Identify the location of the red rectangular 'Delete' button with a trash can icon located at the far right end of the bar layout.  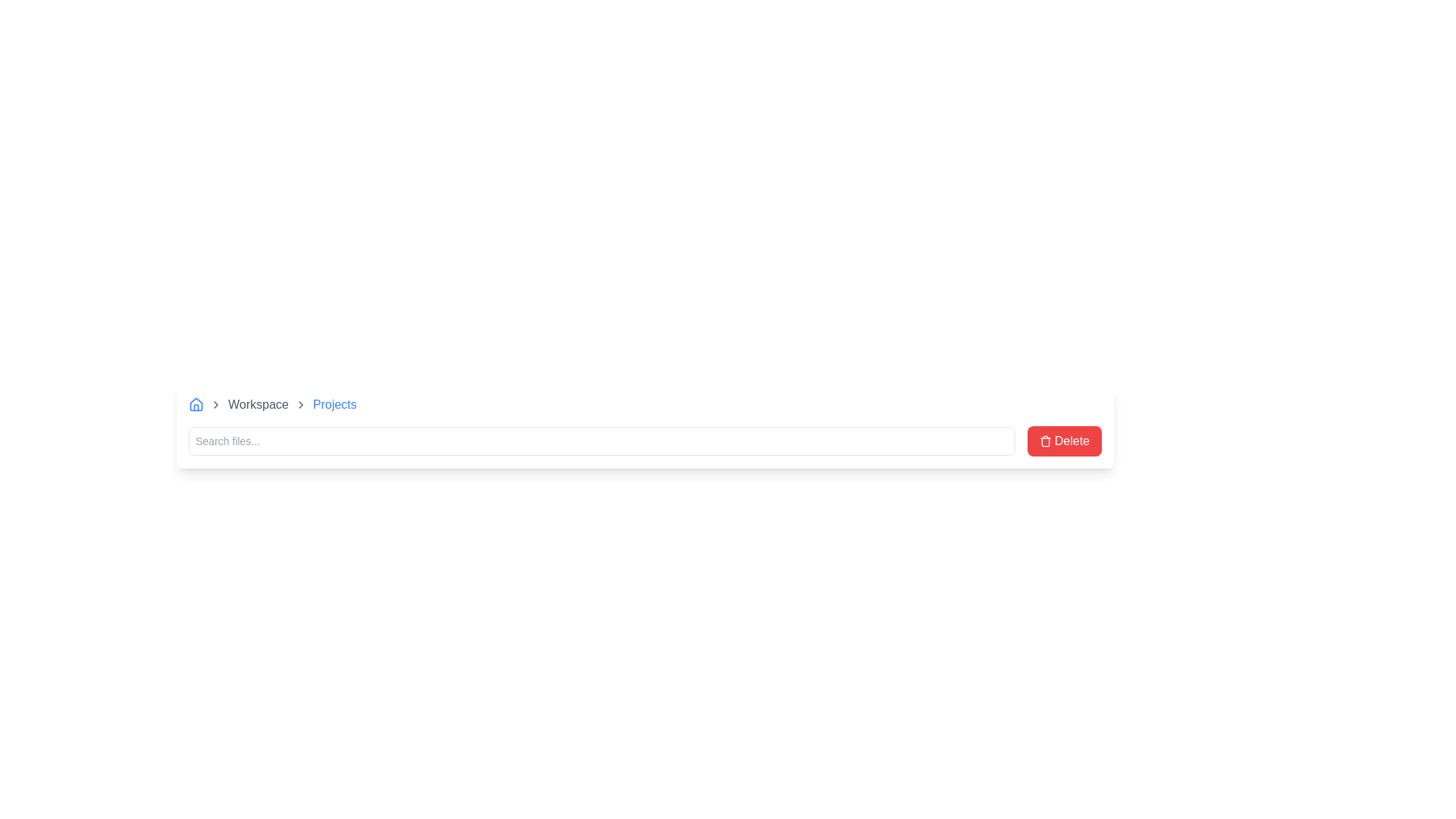
(1063, 441).